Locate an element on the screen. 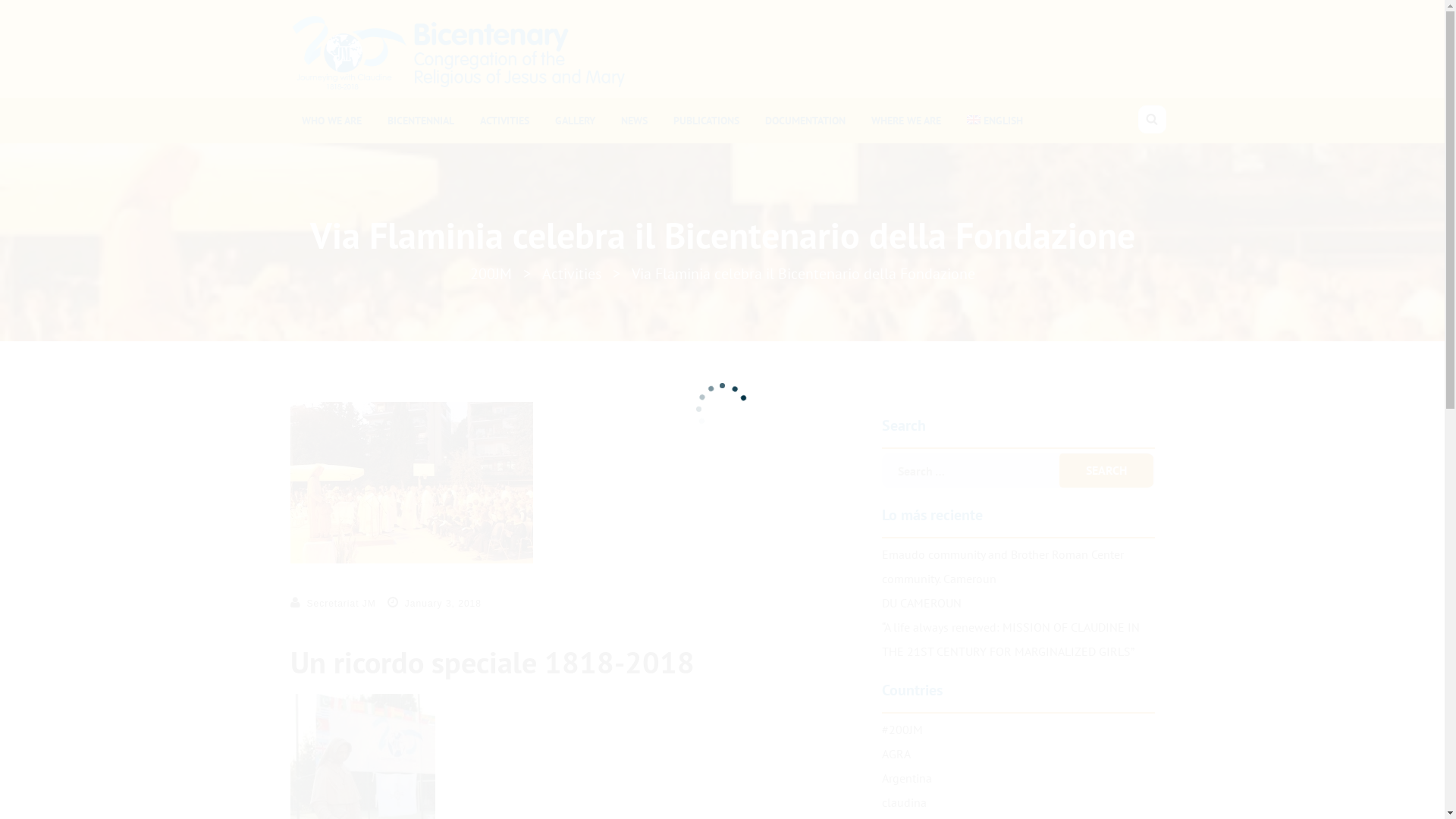 This screenshot has width=1456, height=819. 'Activities' is located at coordinates (570, 274).